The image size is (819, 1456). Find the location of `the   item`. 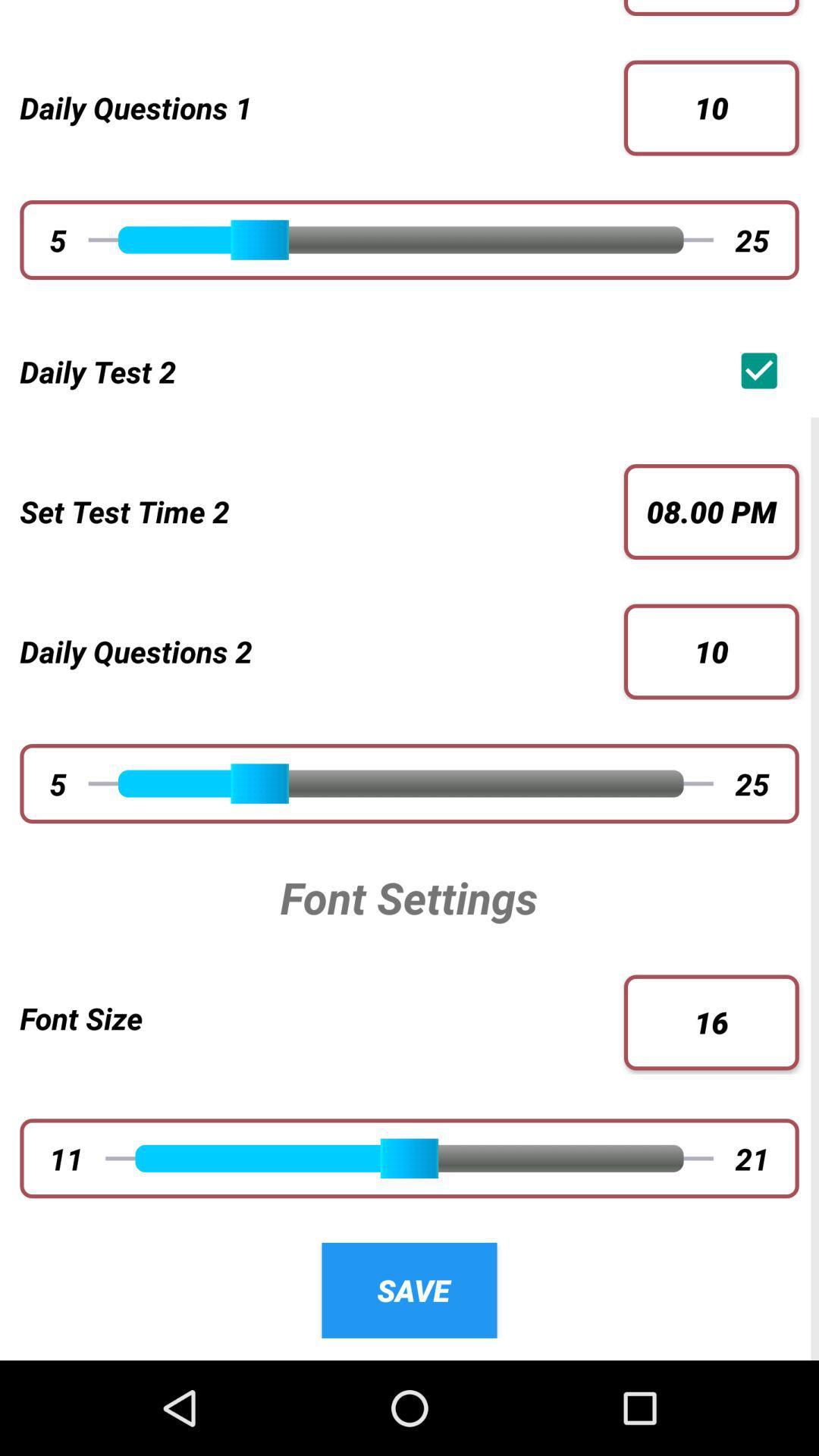

the   item is located at coordinates (763, 371).